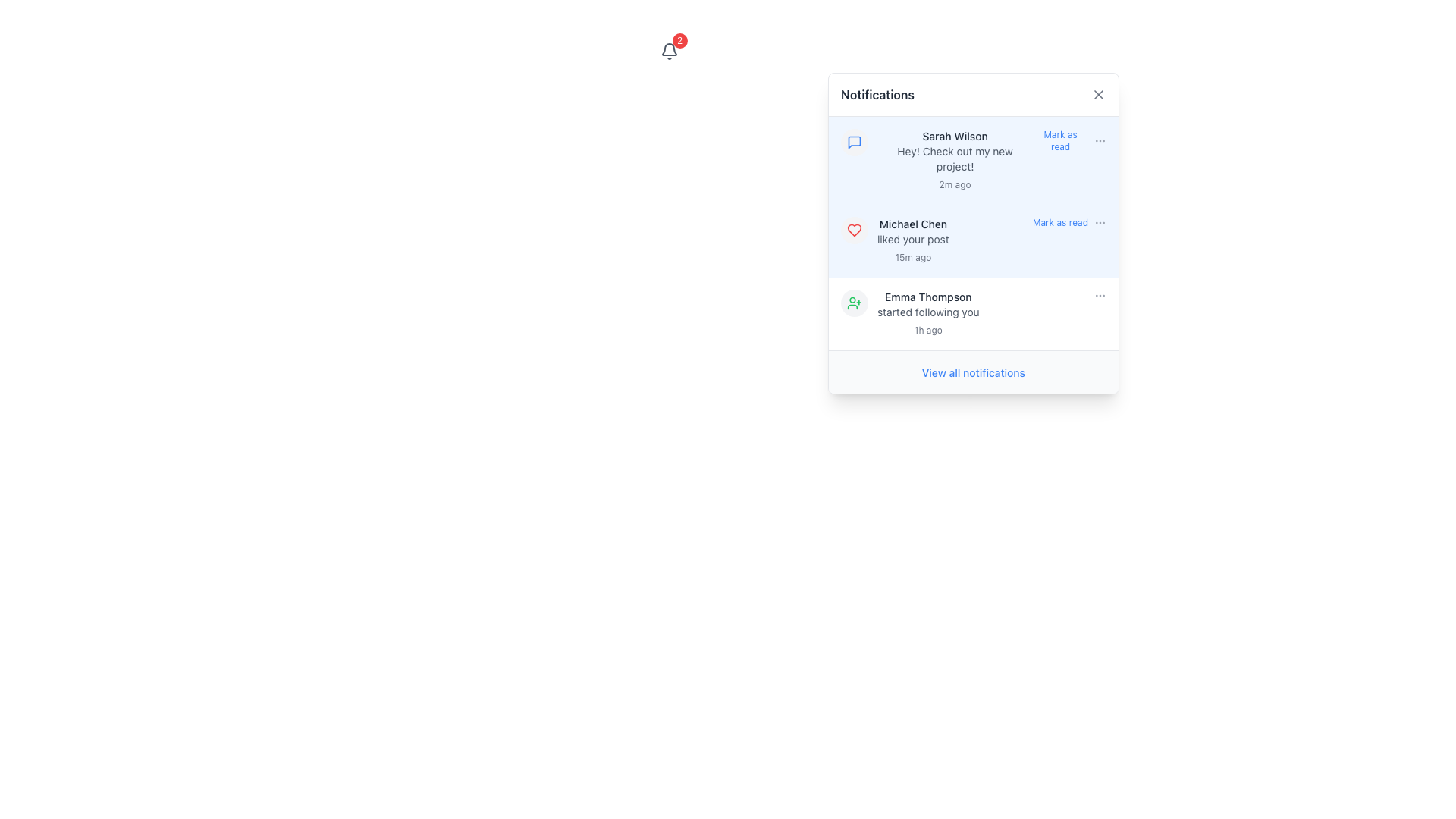 This screenshot has width=1456, height=819. I want to click on the text snippet reading 'started following you' located below the name 'Emma Thompson' in the notification section, so click(927, 312).